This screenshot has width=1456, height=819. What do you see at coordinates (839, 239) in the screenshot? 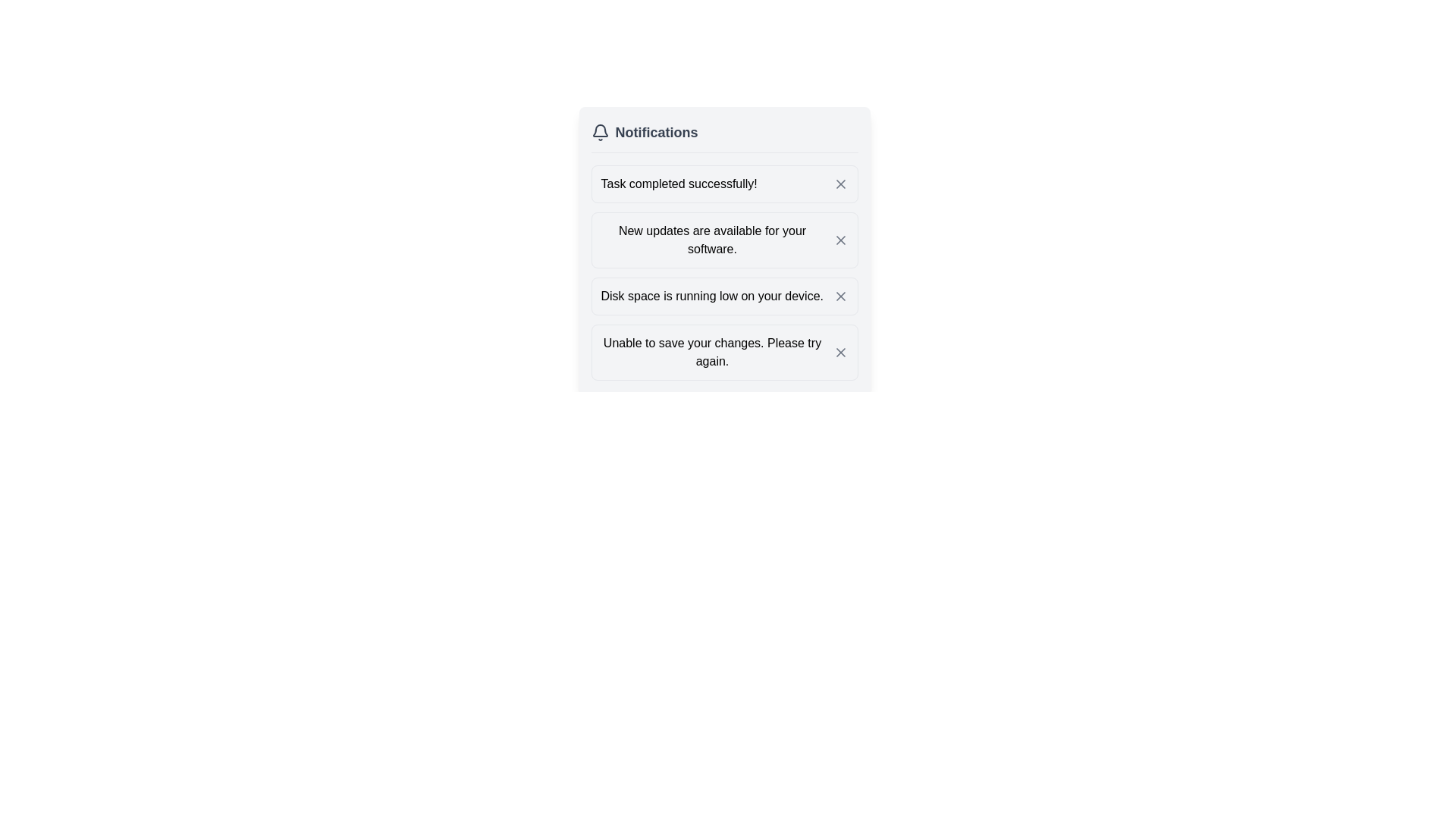
I see `the small gray 'X' icon located to the far right of the 'New updates are available for your software.' notification box` at bounding box center [839, 239].